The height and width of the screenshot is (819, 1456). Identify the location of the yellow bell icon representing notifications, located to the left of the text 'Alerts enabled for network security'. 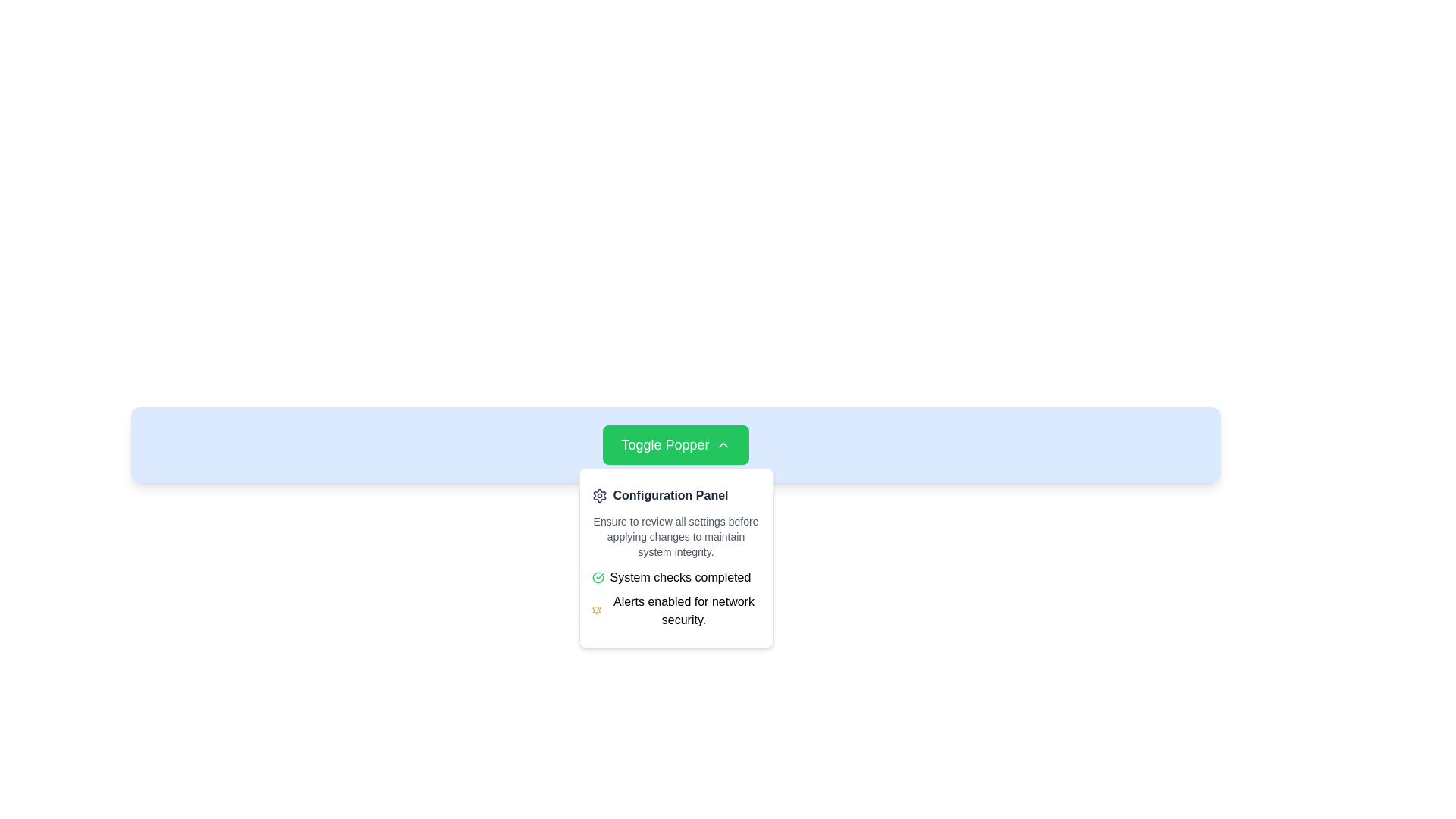
(596, 610).